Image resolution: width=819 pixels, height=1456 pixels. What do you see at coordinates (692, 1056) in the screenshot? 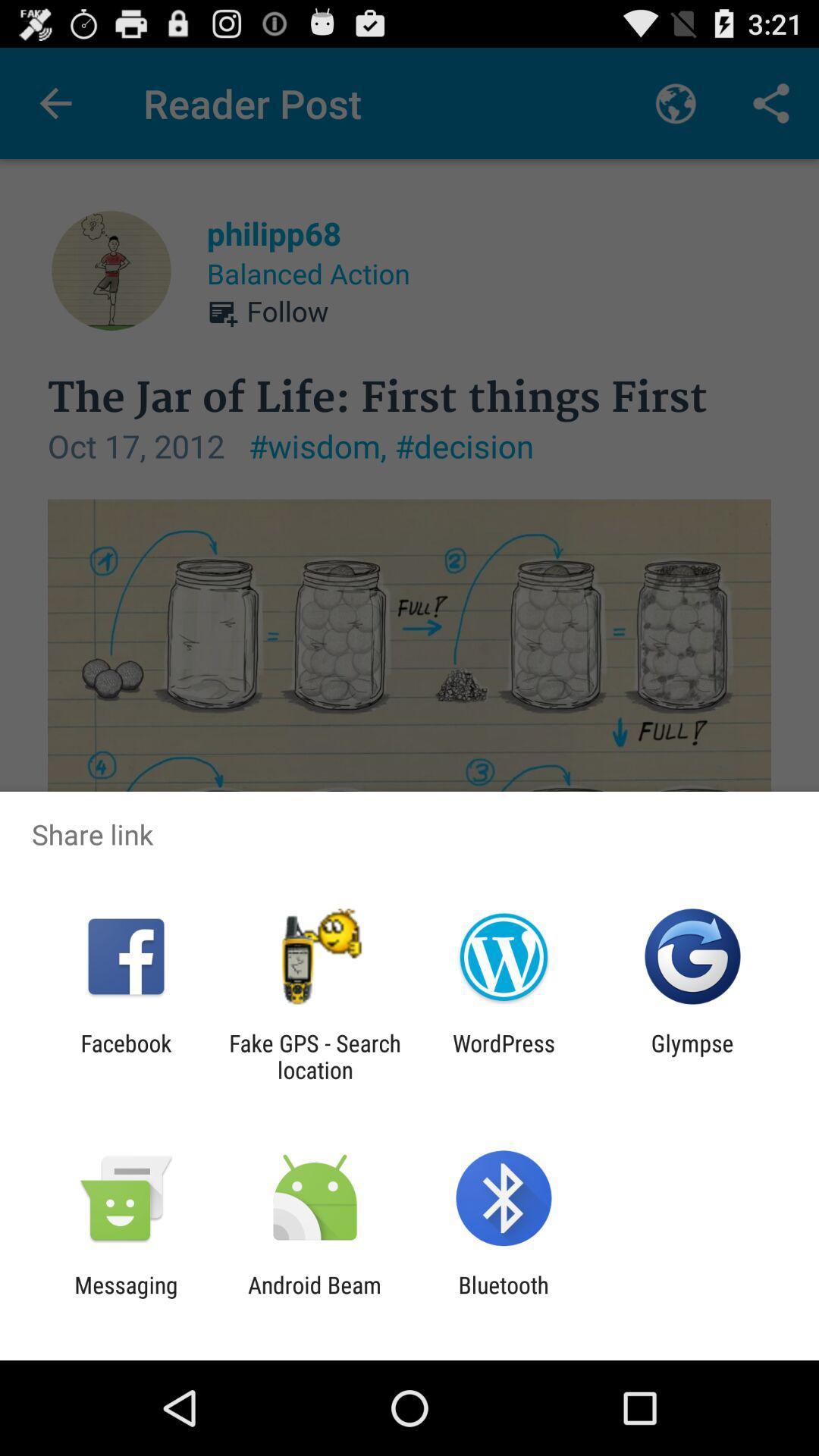
I see `glympse` at bounding box center [692, 1056].